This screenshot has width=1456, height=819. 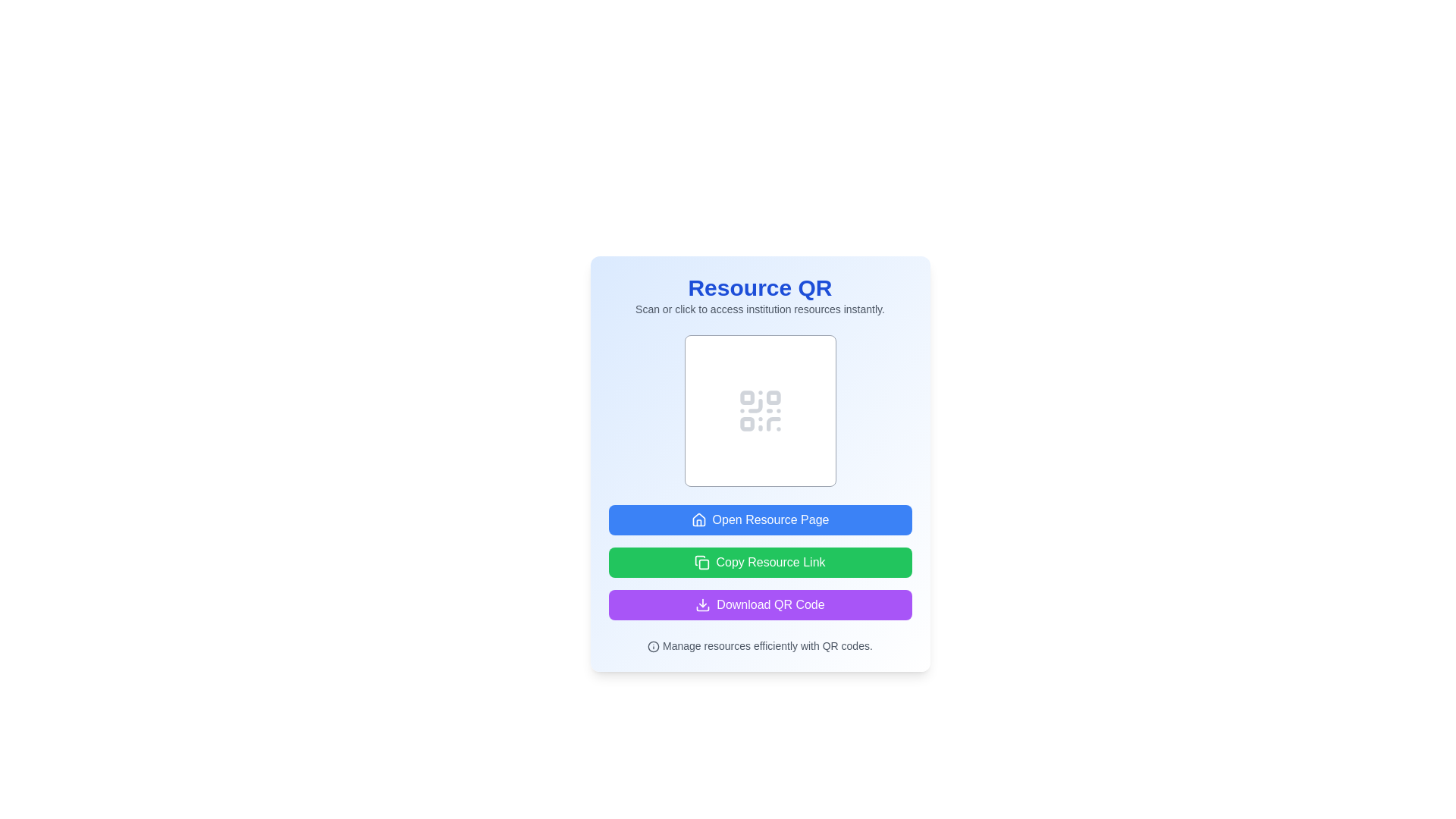 I want to click on the Icon located to the left of the text 'Manage resources efficiently with QR codes.' to obtain additional information, so click(x=654, y=647).